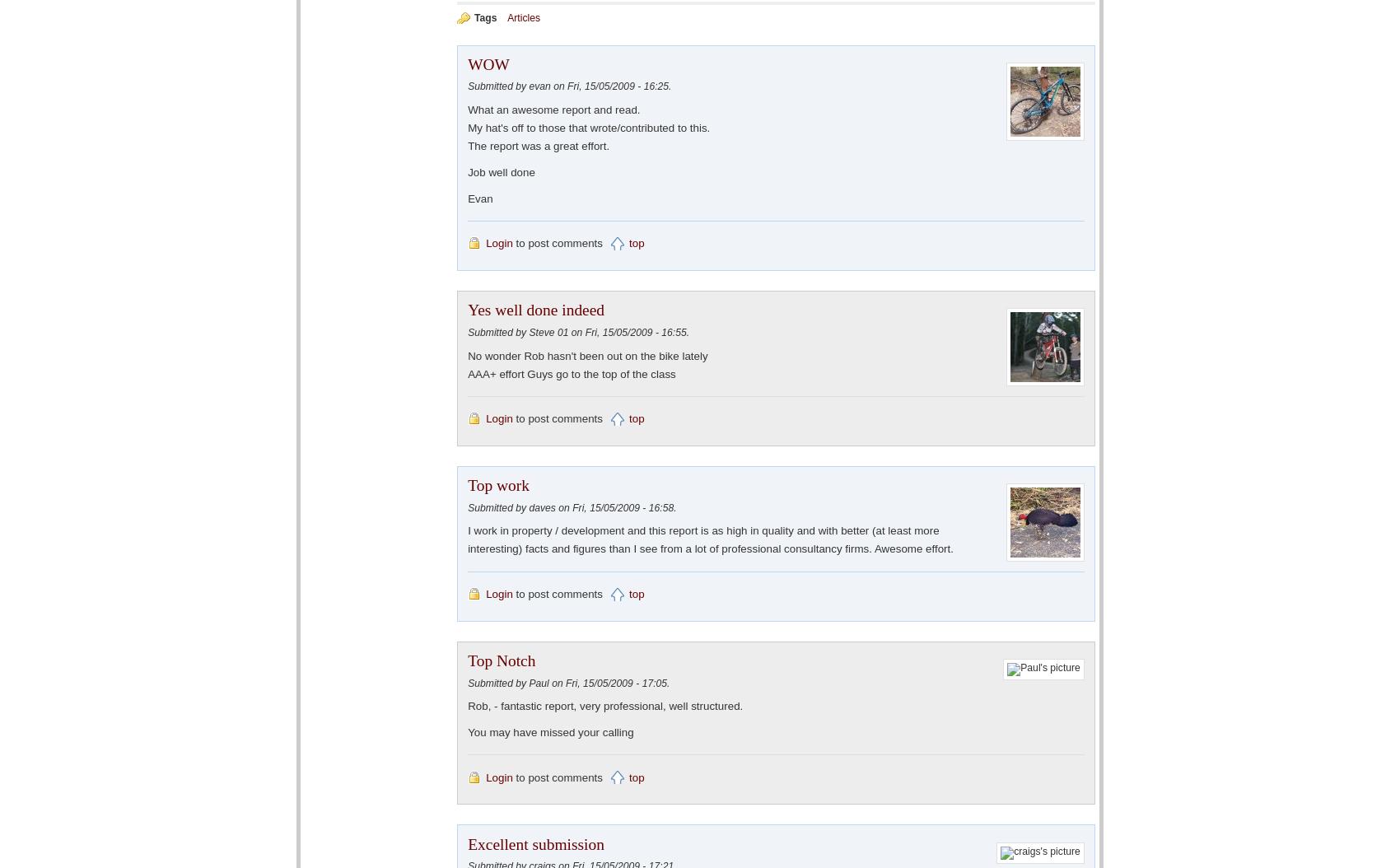 The image size is (1400, 868). What do you see at coordinates (535, 842) in the screenshot?
I see `'Excellent submission'` at bounding box center [535, 842].